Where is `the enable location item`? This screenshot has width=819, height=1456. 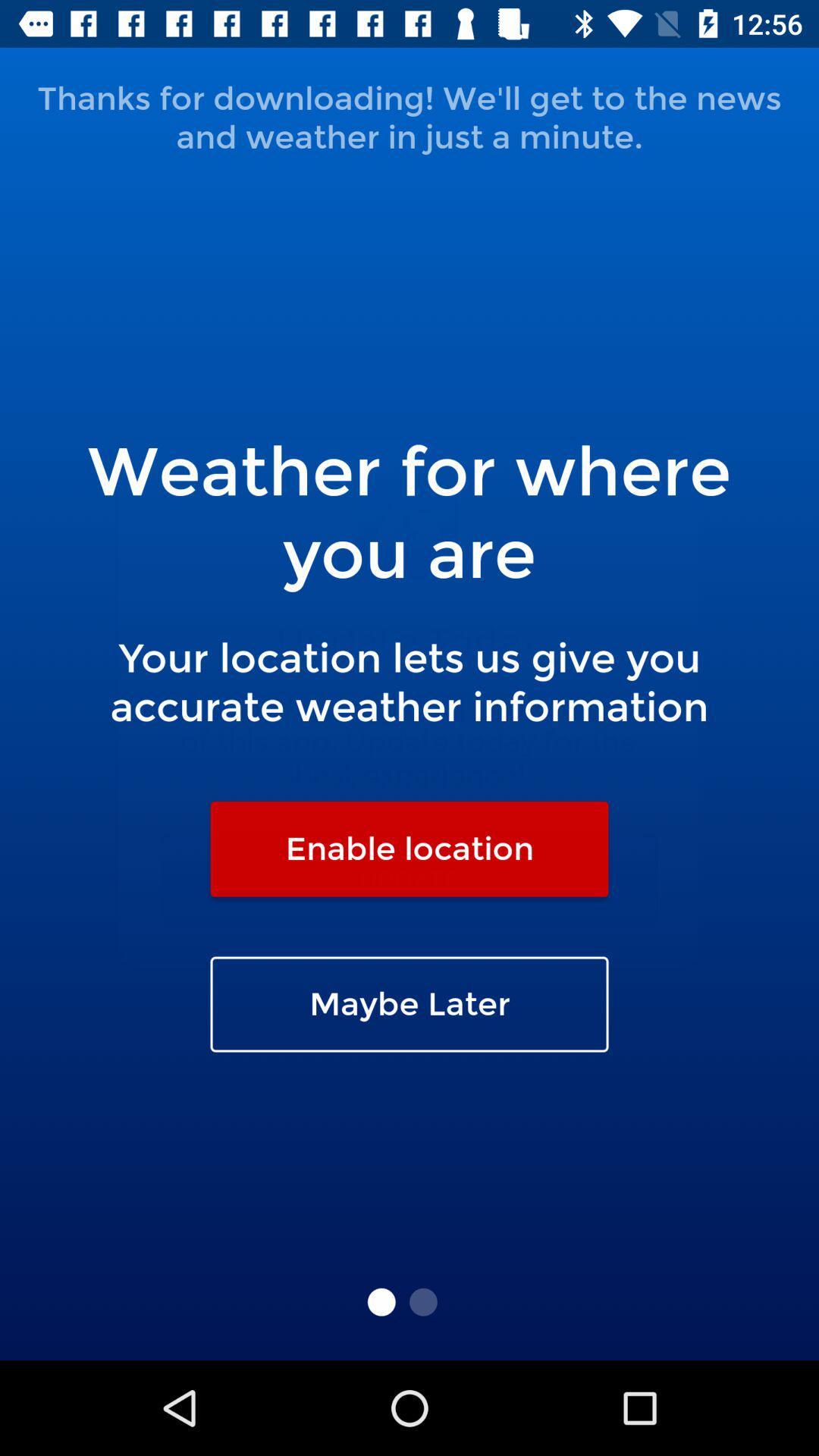
the enable location item is located at coordinates (409, 848).